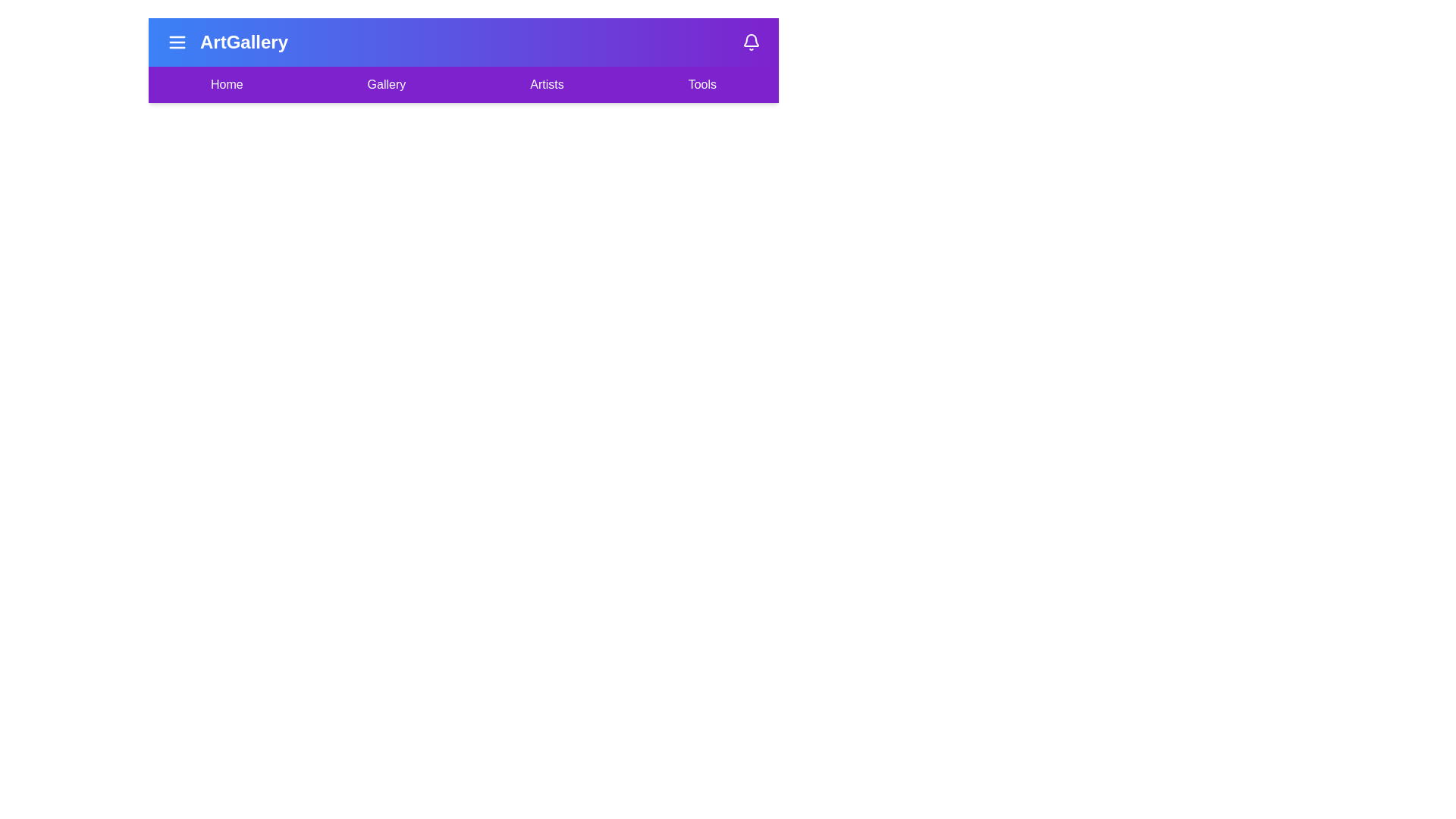 Image resolution: width=1456 pixels, height=819 pixels. Describe the element at coordinates (546, 84) in the screenshot. I see `the menu item Artists to observe its hover effect` at that location.